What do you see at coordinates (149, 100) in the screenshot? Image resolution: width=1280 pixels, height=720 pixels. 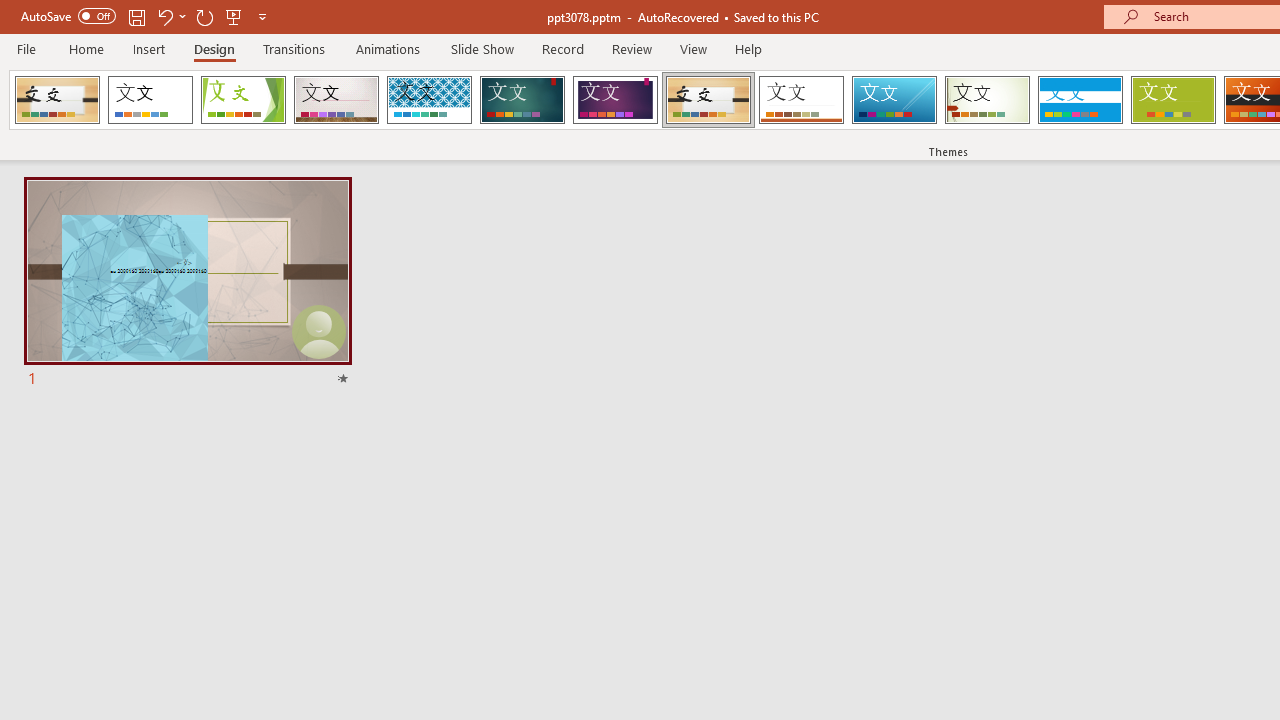 I see `'Office Theme'` at bounding box center [149, 100].